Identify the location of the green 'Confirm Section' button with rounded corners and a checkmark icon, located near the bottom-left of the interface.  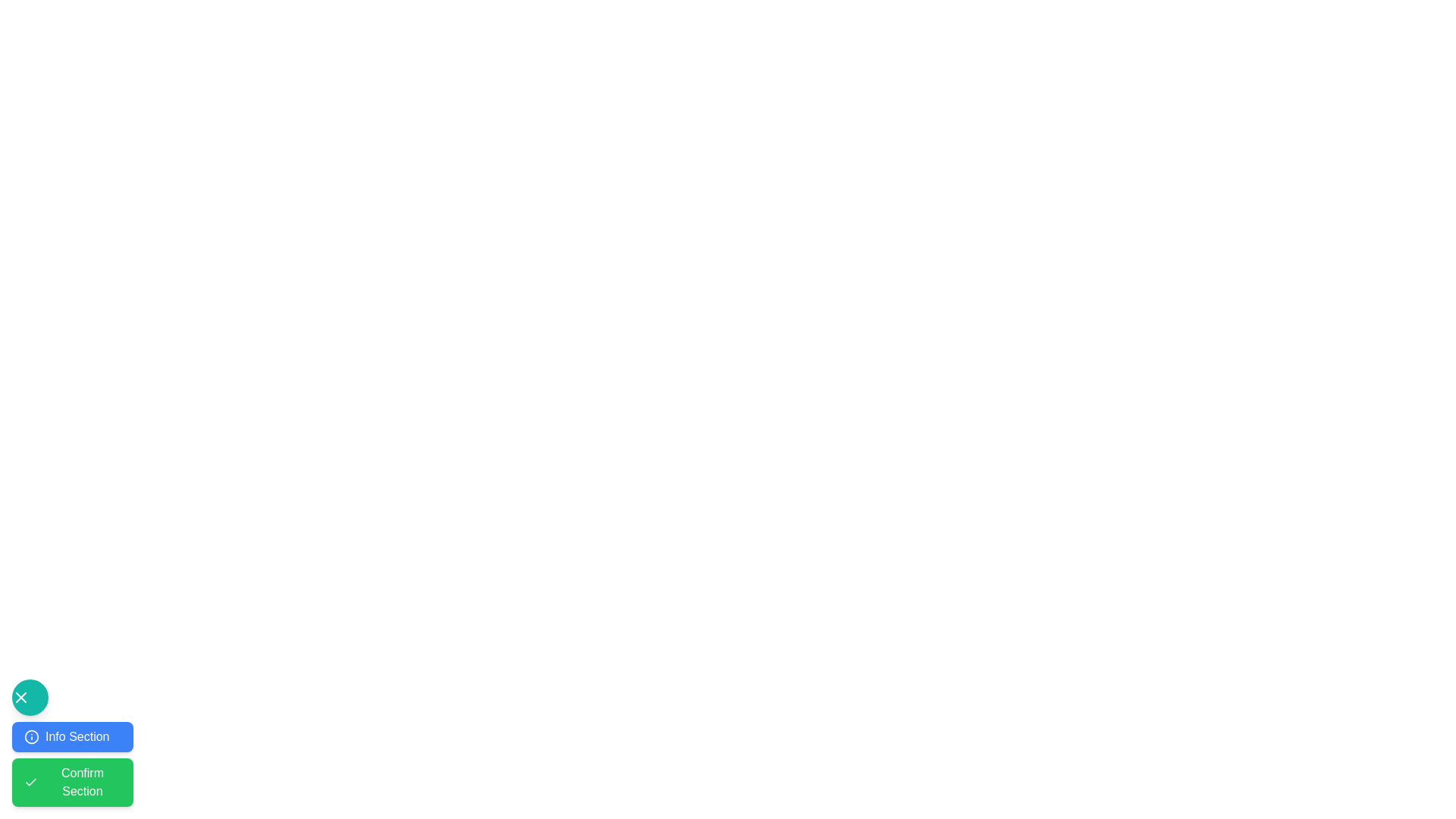
(72, 783).